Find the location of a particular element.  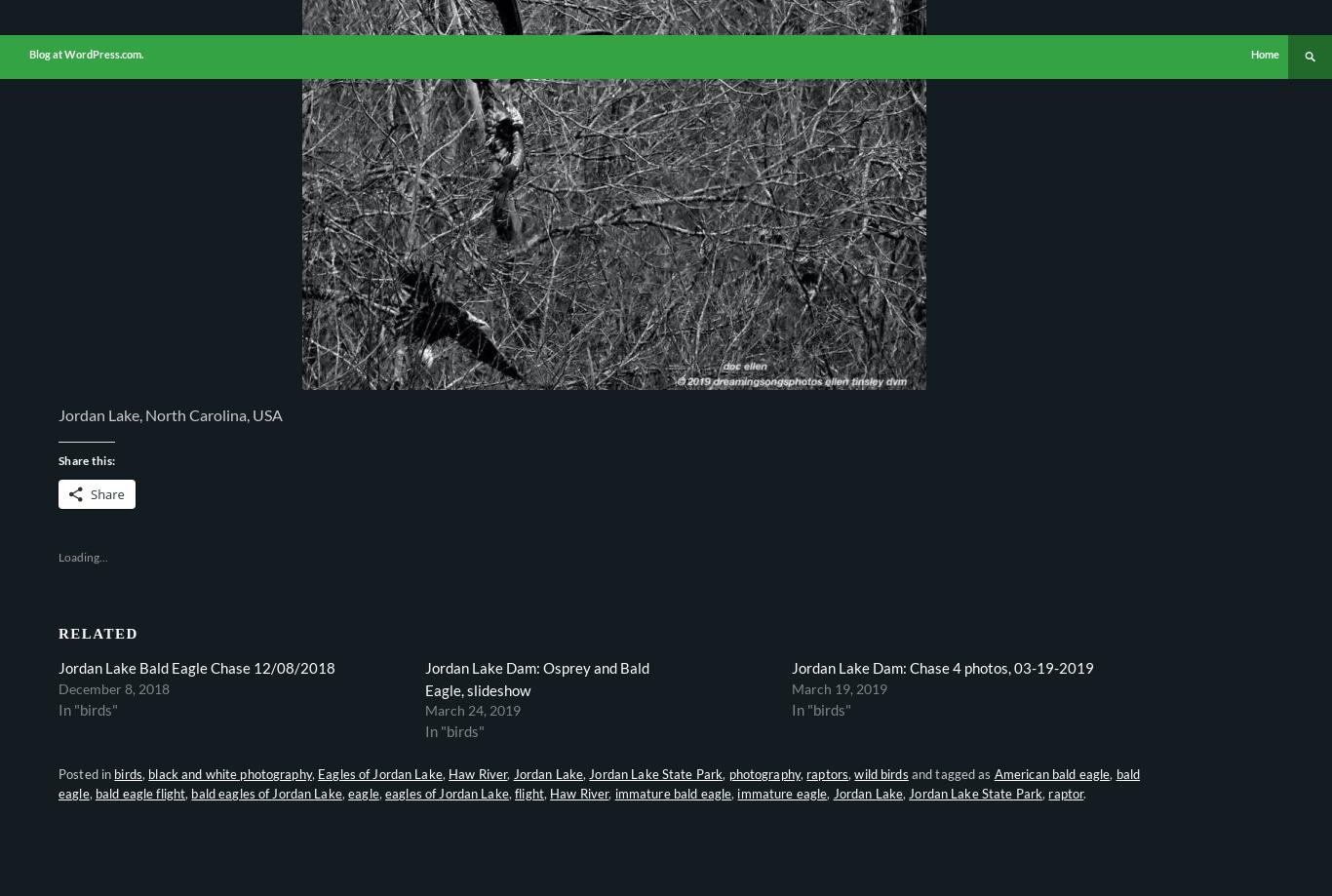

'bald eagle' is located at coordinates (58, 784).